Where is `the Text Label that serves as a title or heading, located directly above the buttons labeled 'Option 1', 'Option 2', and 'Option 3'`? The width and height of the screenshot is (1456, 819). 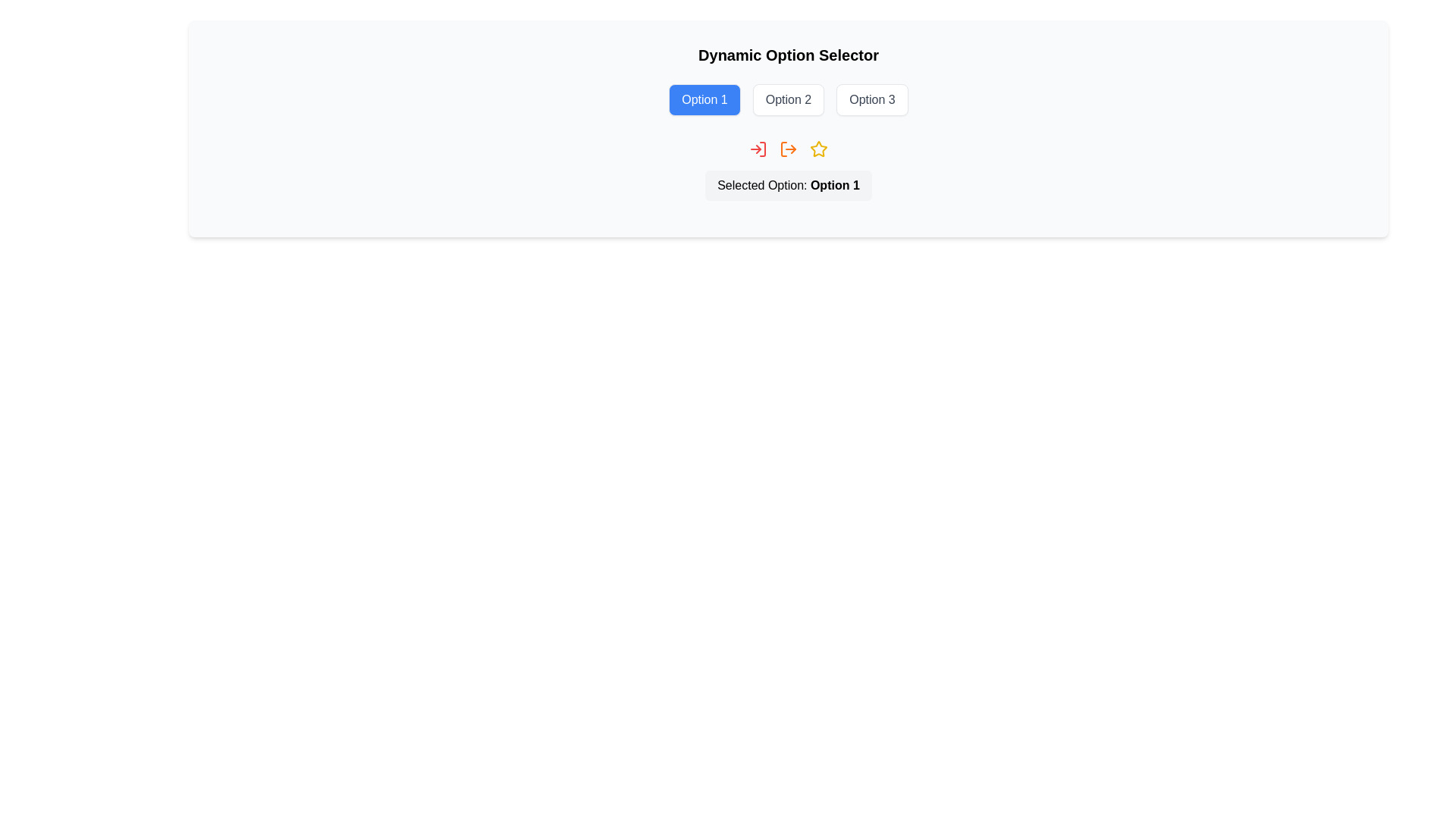
the Text Label that serves as a title or heading, located directly above the buttons labeled 'Option 1', 'Option 2', and 'Option 3' is located at coordinates (789, 55).